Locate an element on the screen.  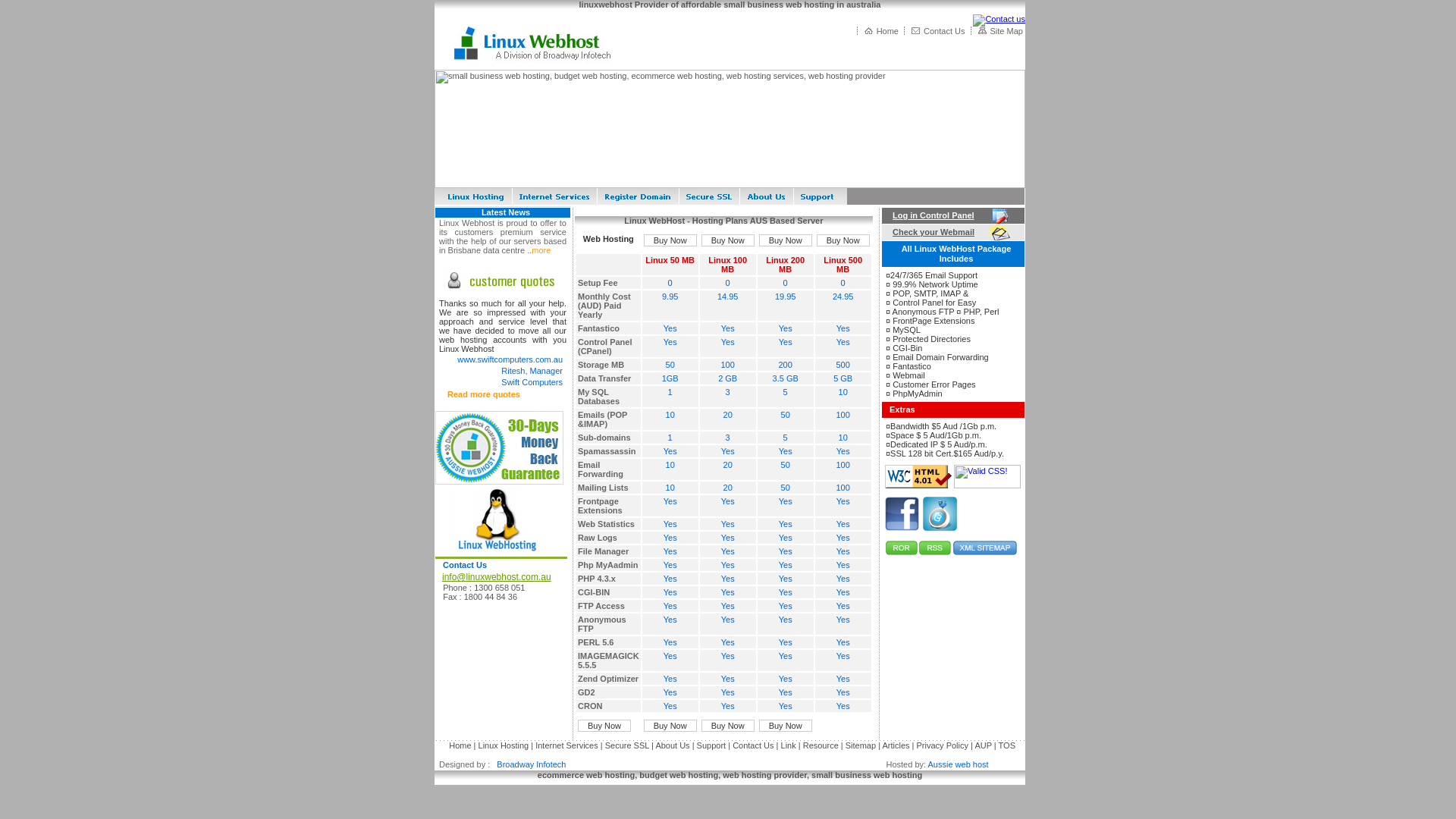
'Articles' is located at coordinates (896, 745).